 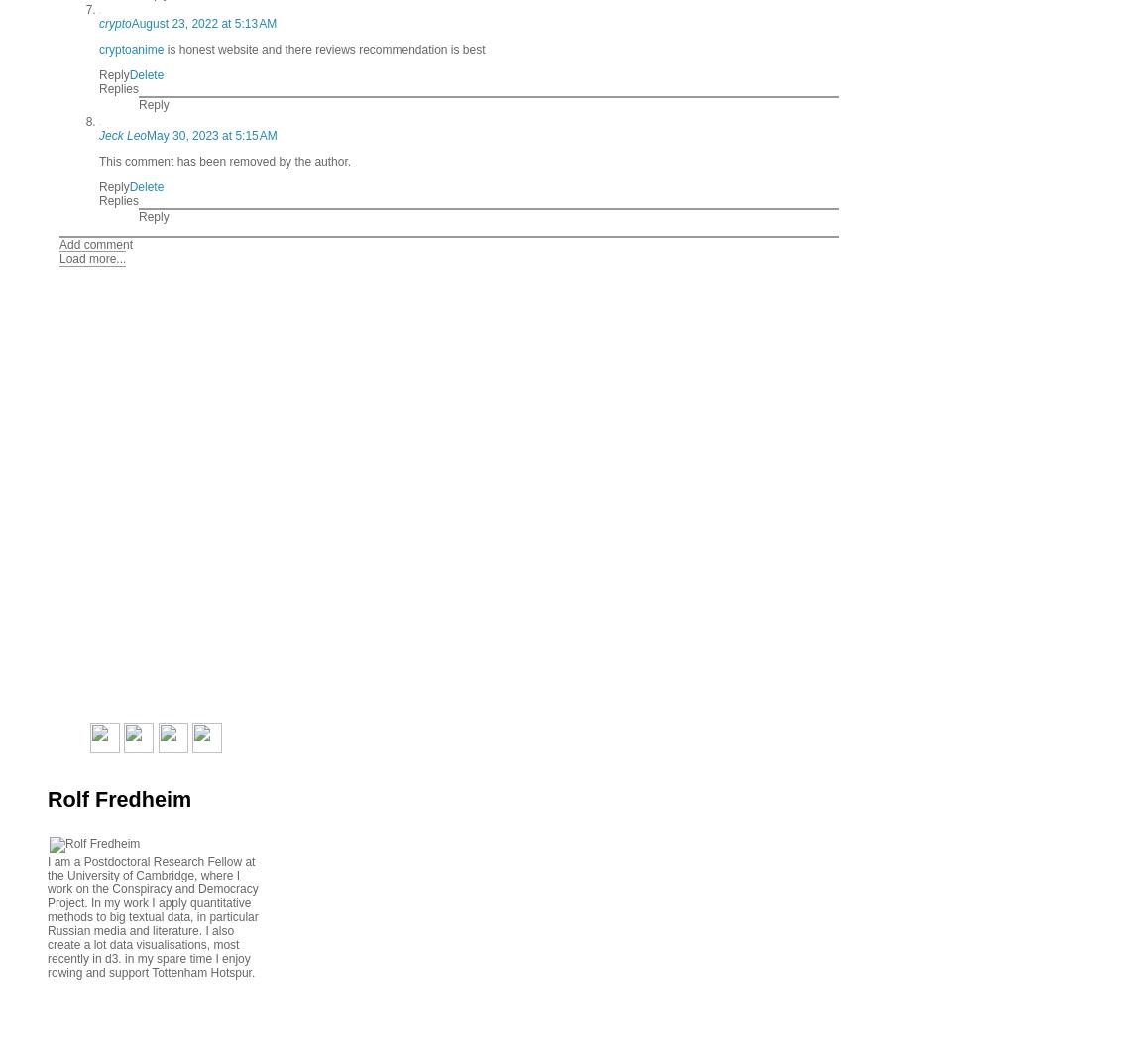 What do you see at coordinates (152, 916) in the screenshot?
I see `'I am a Postdoctoral Research Fellow at the University of Cambridge, where I work on the Conspiracy and Democracy Project. In my work I apply quantitative methods to big textual data, in particular Russian media and literature. I also create a lot data visualisations, most recently in d3. in my spare time I enjoy rowing and support Tottenham Hotspur.'` at bounding box center [152, 916].